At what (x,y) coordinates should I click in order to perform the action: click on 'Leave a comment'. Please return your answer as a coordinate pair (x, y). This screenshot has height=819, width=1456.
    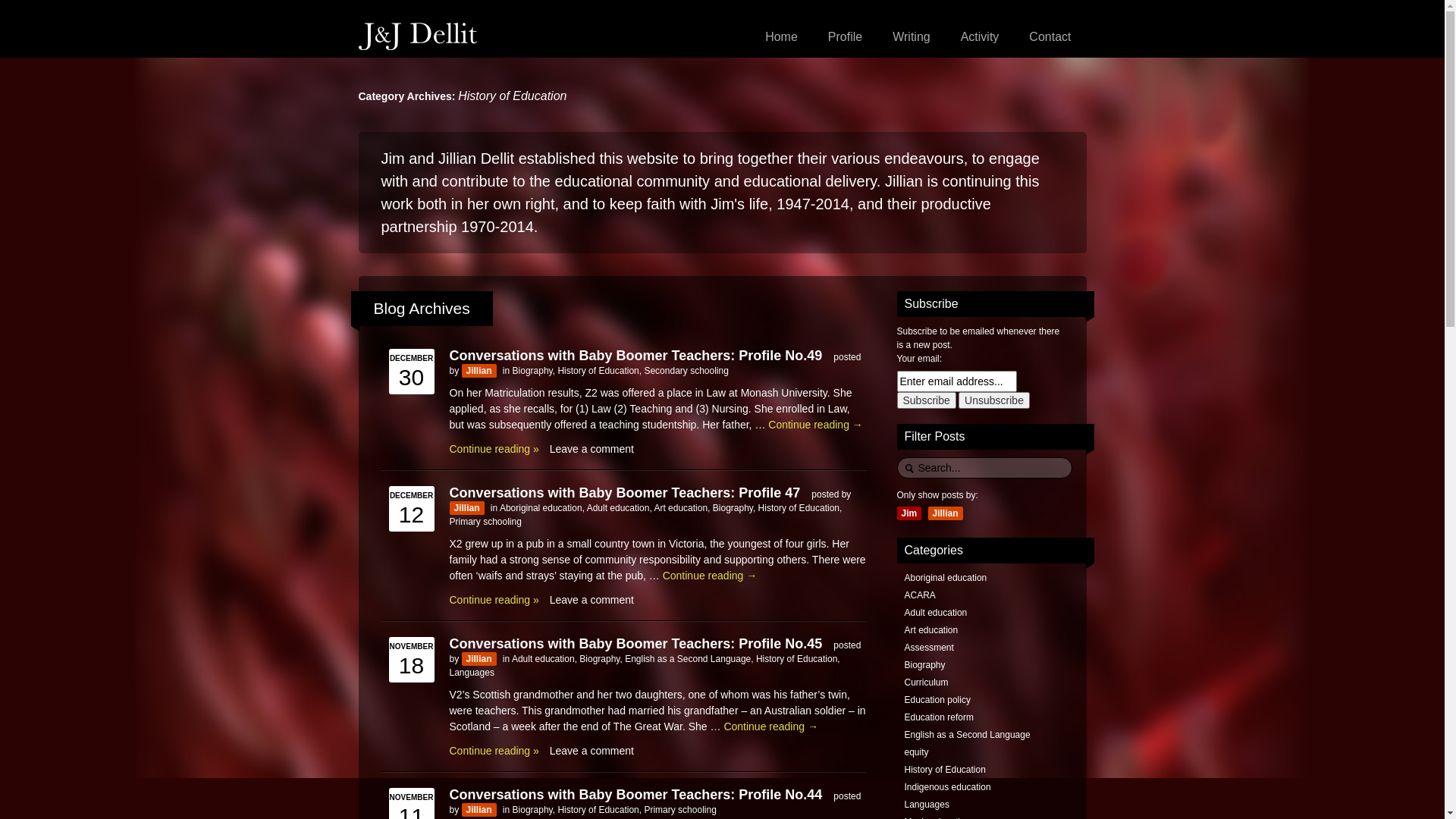
    Looking at the image, I should click on (591, 598).